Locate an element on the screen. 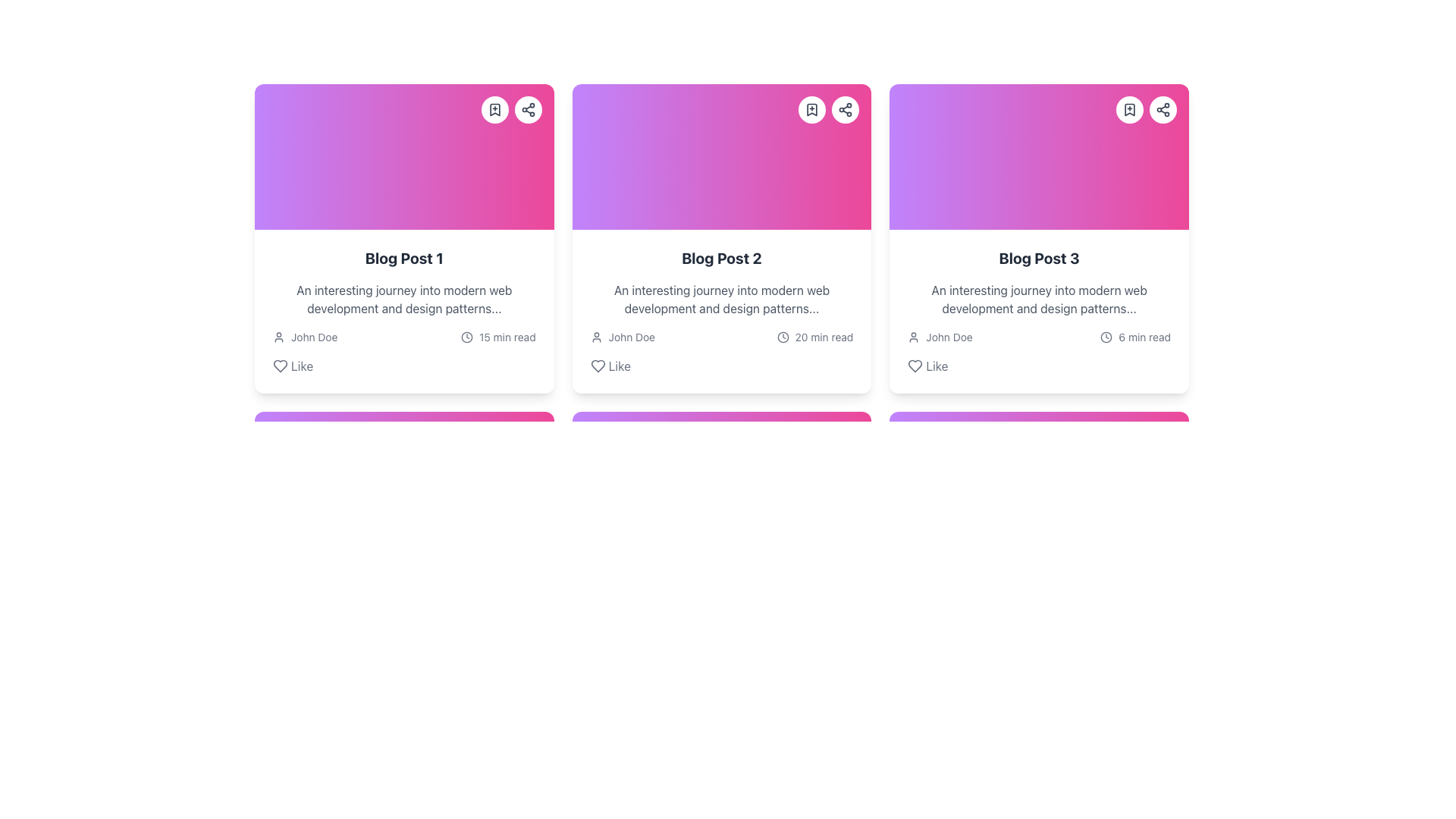 The width and height of the screenshot is (1456, 819). text content of the identification label displaying the author's or user's name associated with the blog post, located to the right of the user profile icon is located at coordinates (632, 336).